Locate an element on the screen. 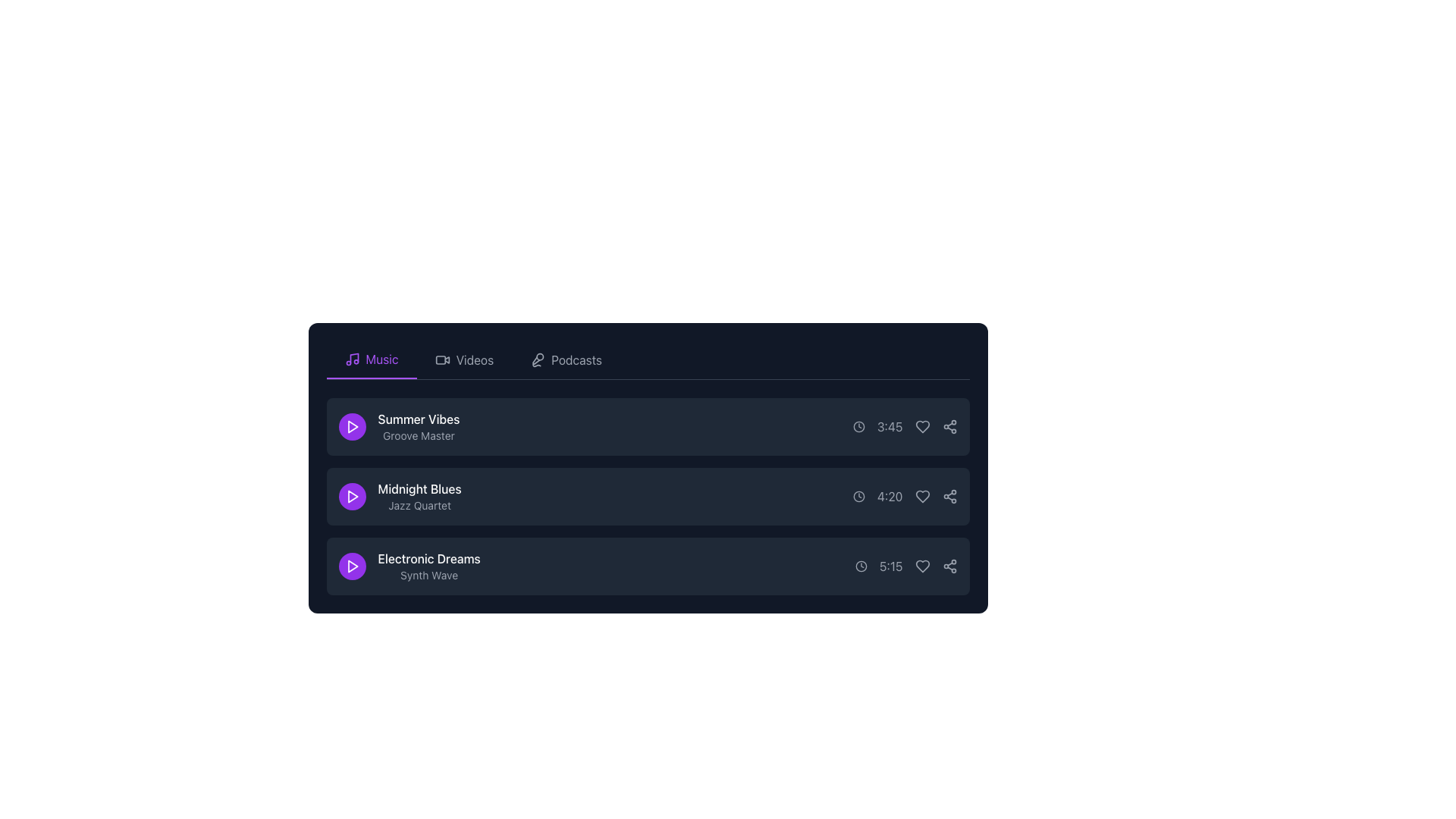  the SVG Circle that represents the boundary of the clock icon for the 'Electronic Dreams' music track, located on the right side of the last track entry in the list is located at coordinates (861, 566).